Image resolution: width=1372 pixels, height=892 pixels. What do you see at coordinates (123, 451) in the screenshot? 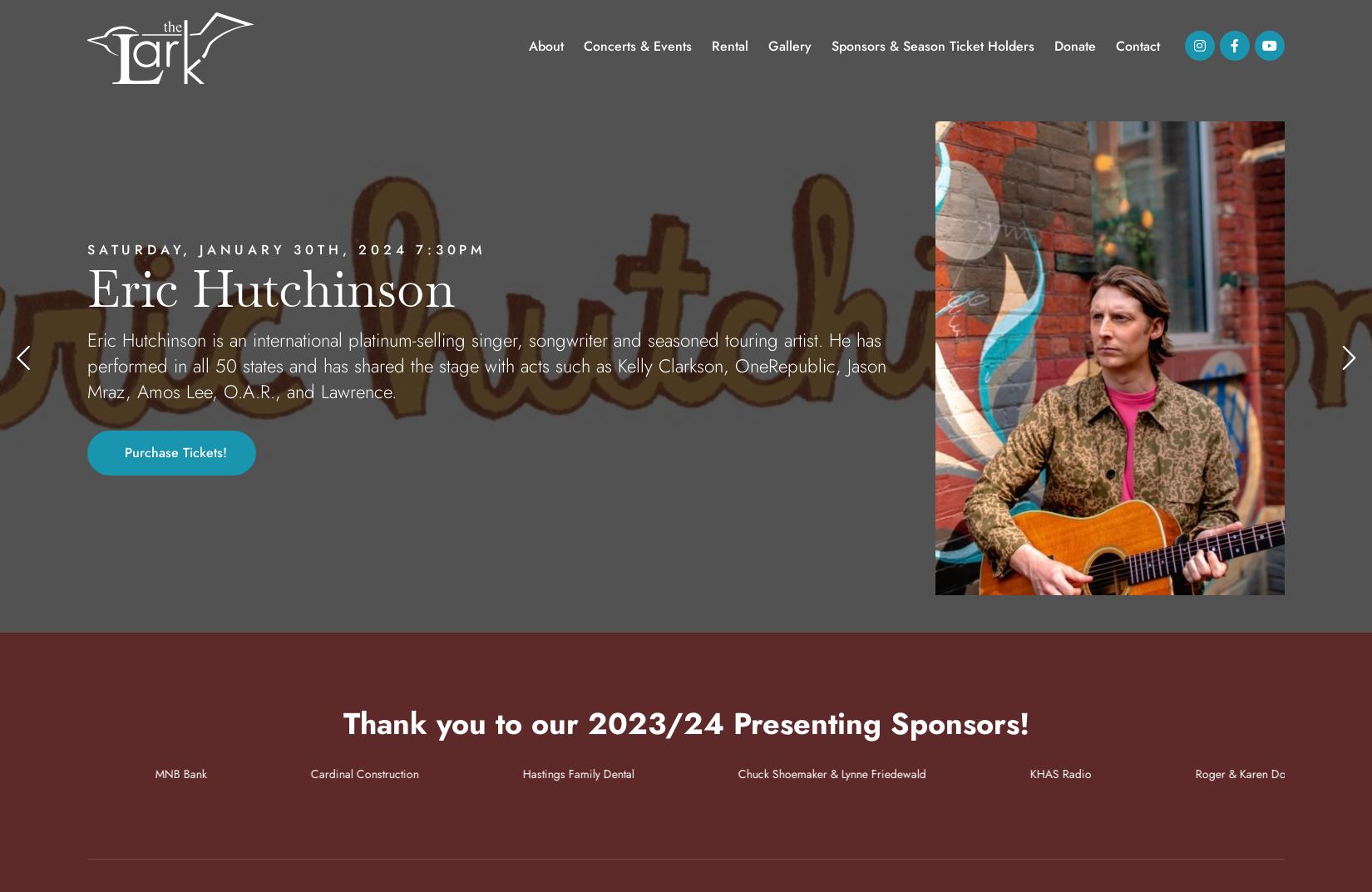
I see `'Purchase Tickets!'` at bounding box center [123, 451].